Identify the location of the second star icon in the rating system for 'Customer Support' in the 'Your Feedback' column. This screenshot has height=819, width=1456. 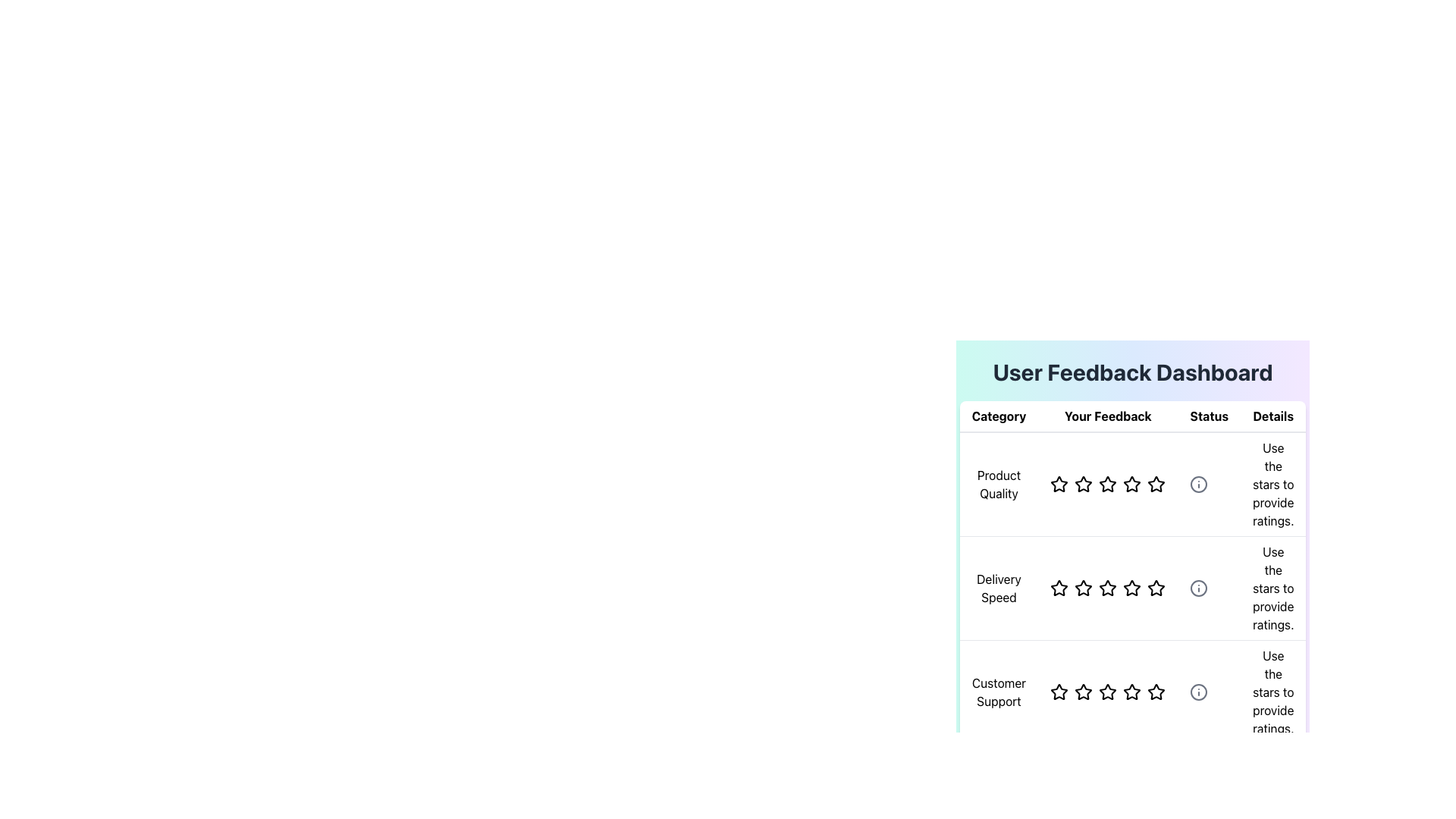
(1083, 692).